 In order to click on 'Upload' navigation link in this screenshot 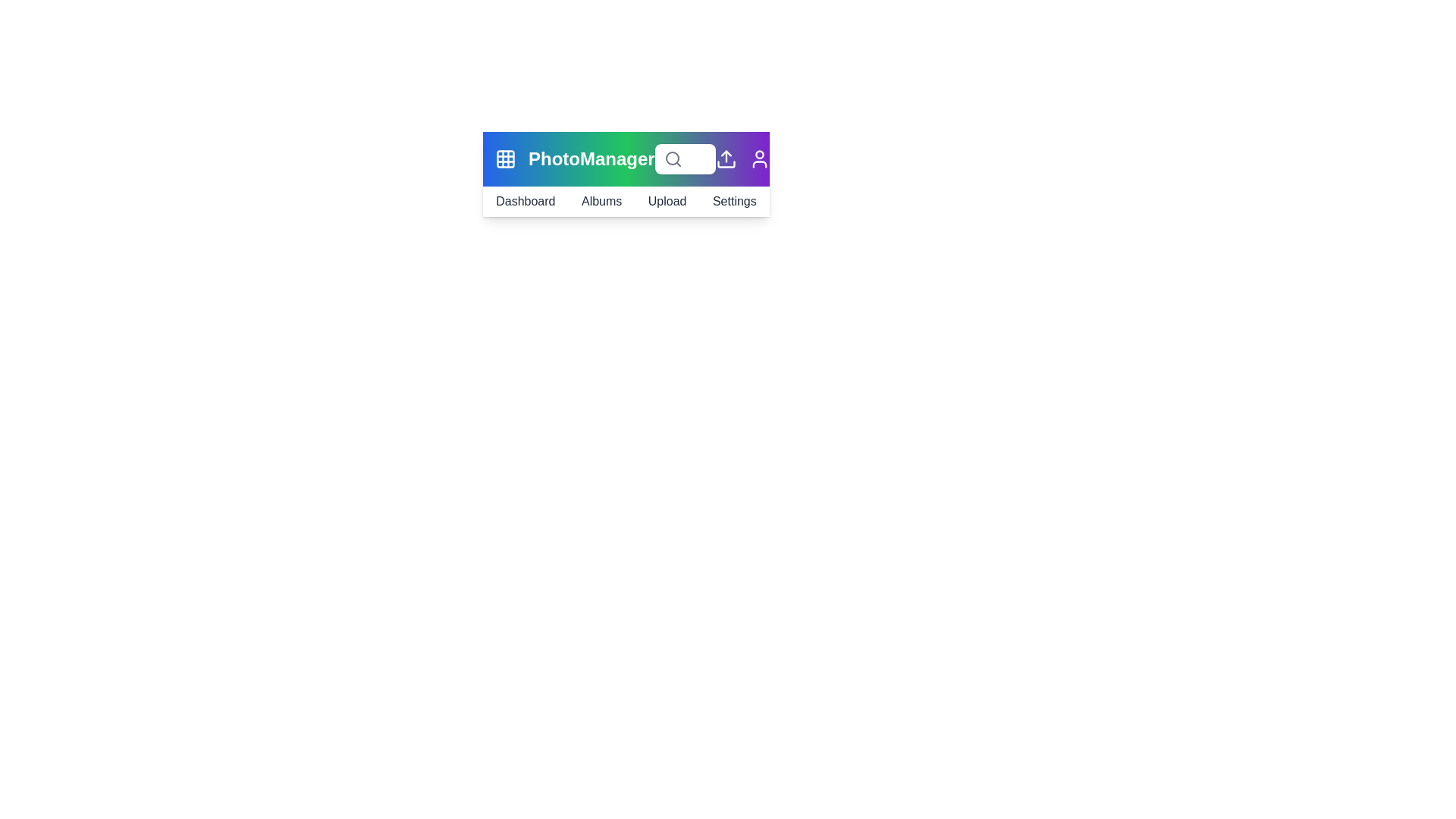, I will do `click(667, 201)`.